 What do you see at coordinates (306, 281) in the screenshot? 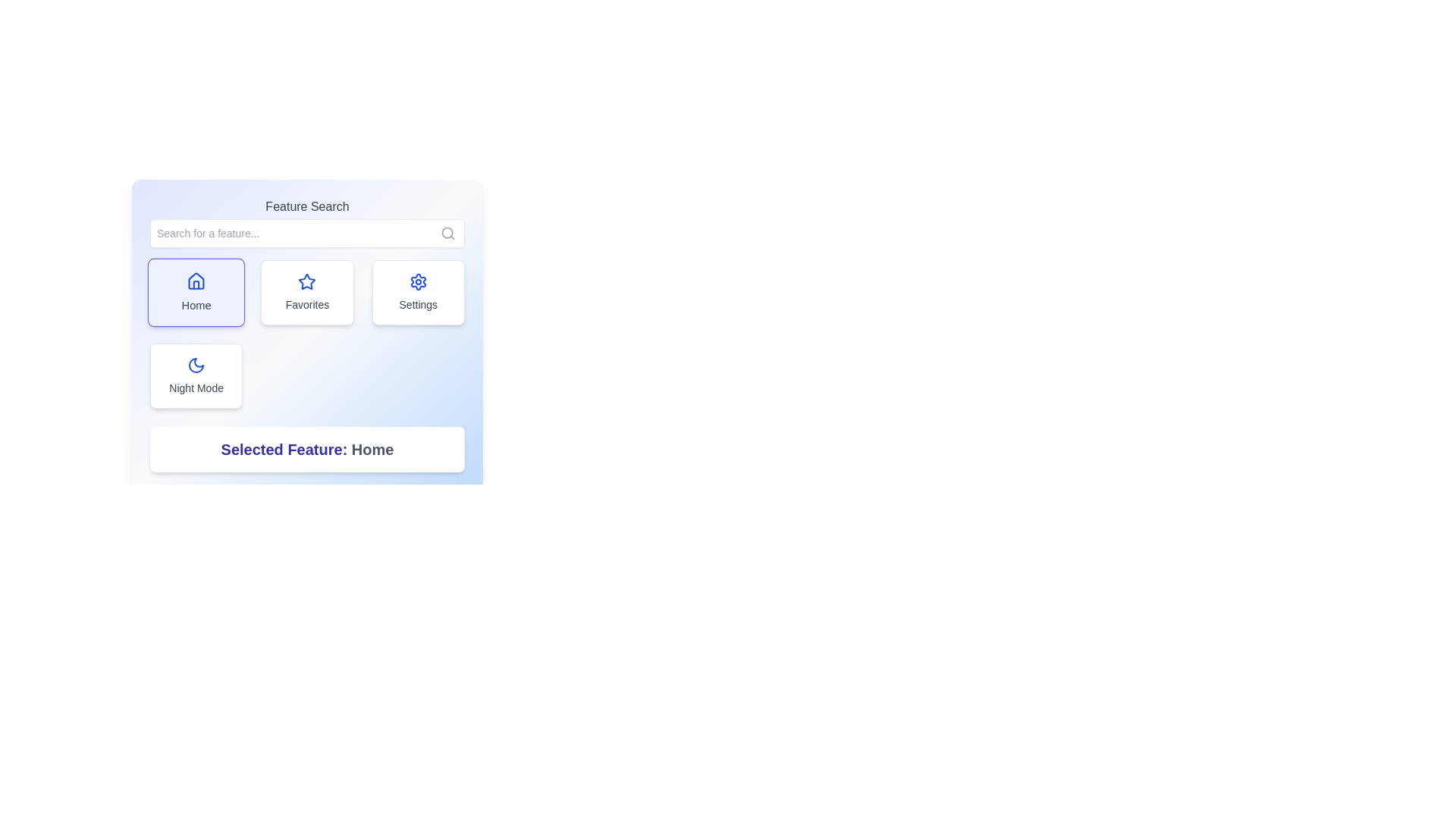
I see `the star icon with a blue outline located above the text 'Favorites' in the card-style UI component` at bounding box center [306, 281].